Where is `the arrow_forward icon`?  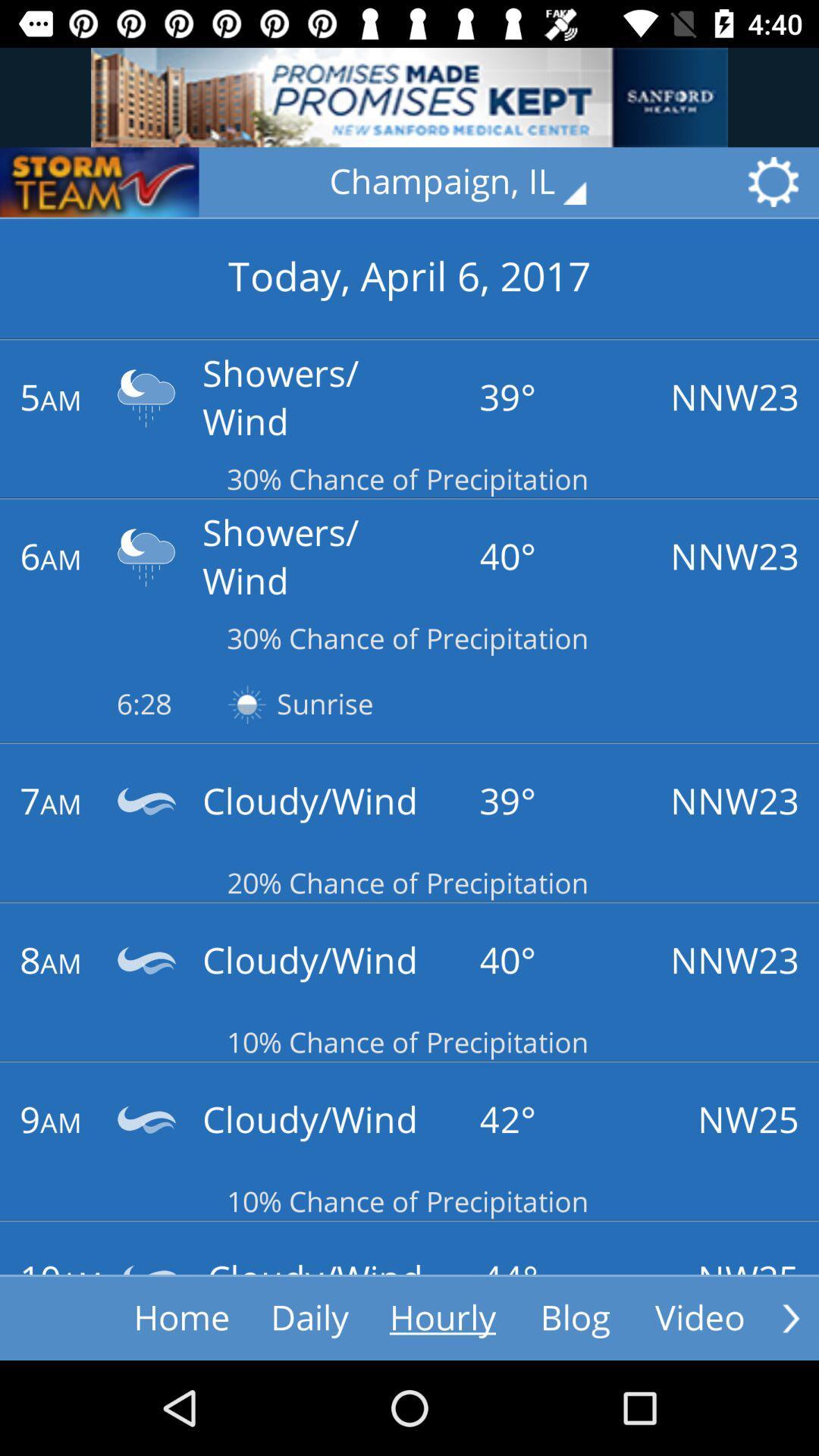
the arrow_forward icon is located at coordinates (790, 1317).